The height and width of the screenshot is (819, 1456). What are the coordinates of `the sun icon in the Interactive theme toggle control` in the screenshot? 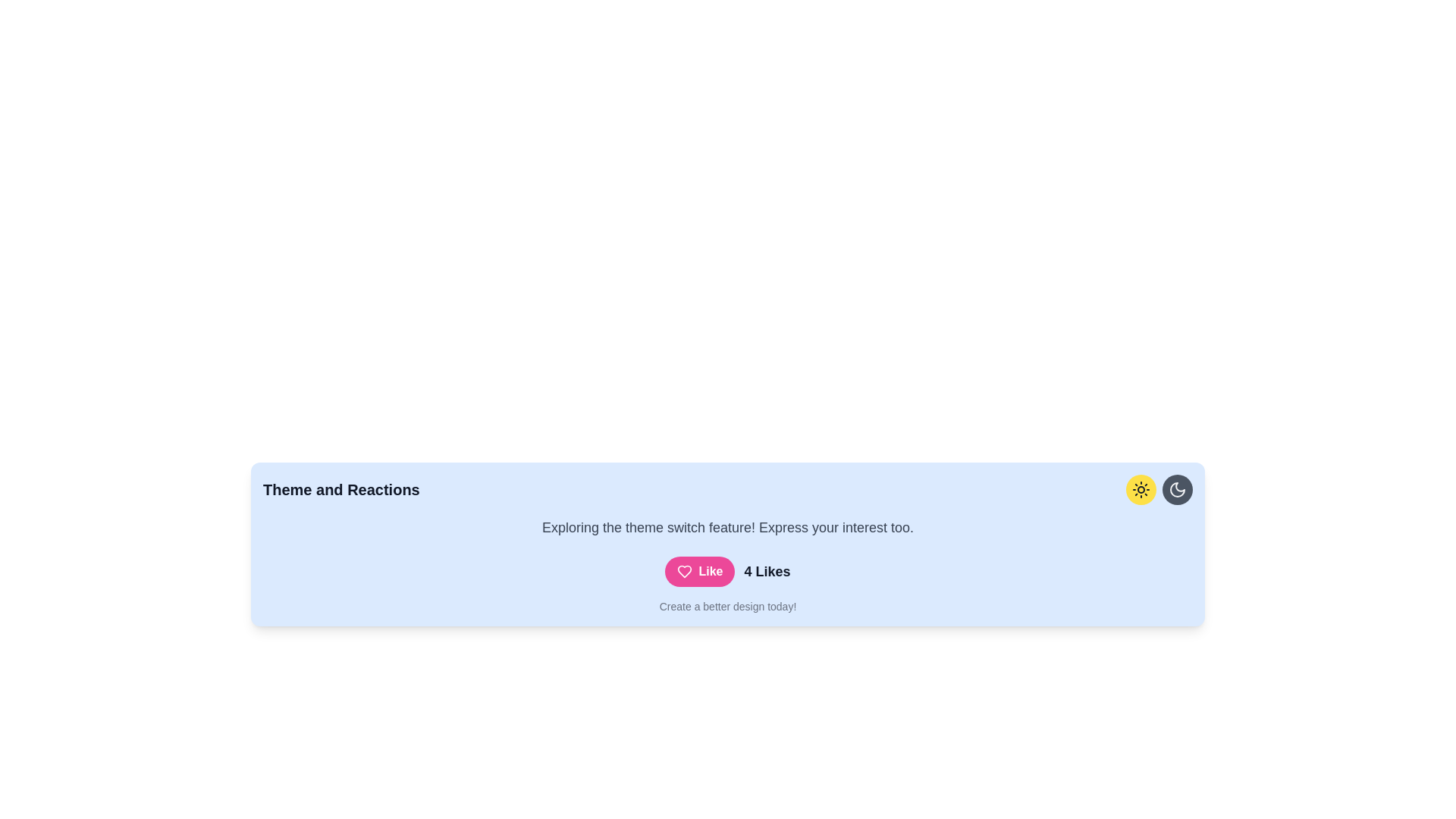 It's located at (1159, 489).